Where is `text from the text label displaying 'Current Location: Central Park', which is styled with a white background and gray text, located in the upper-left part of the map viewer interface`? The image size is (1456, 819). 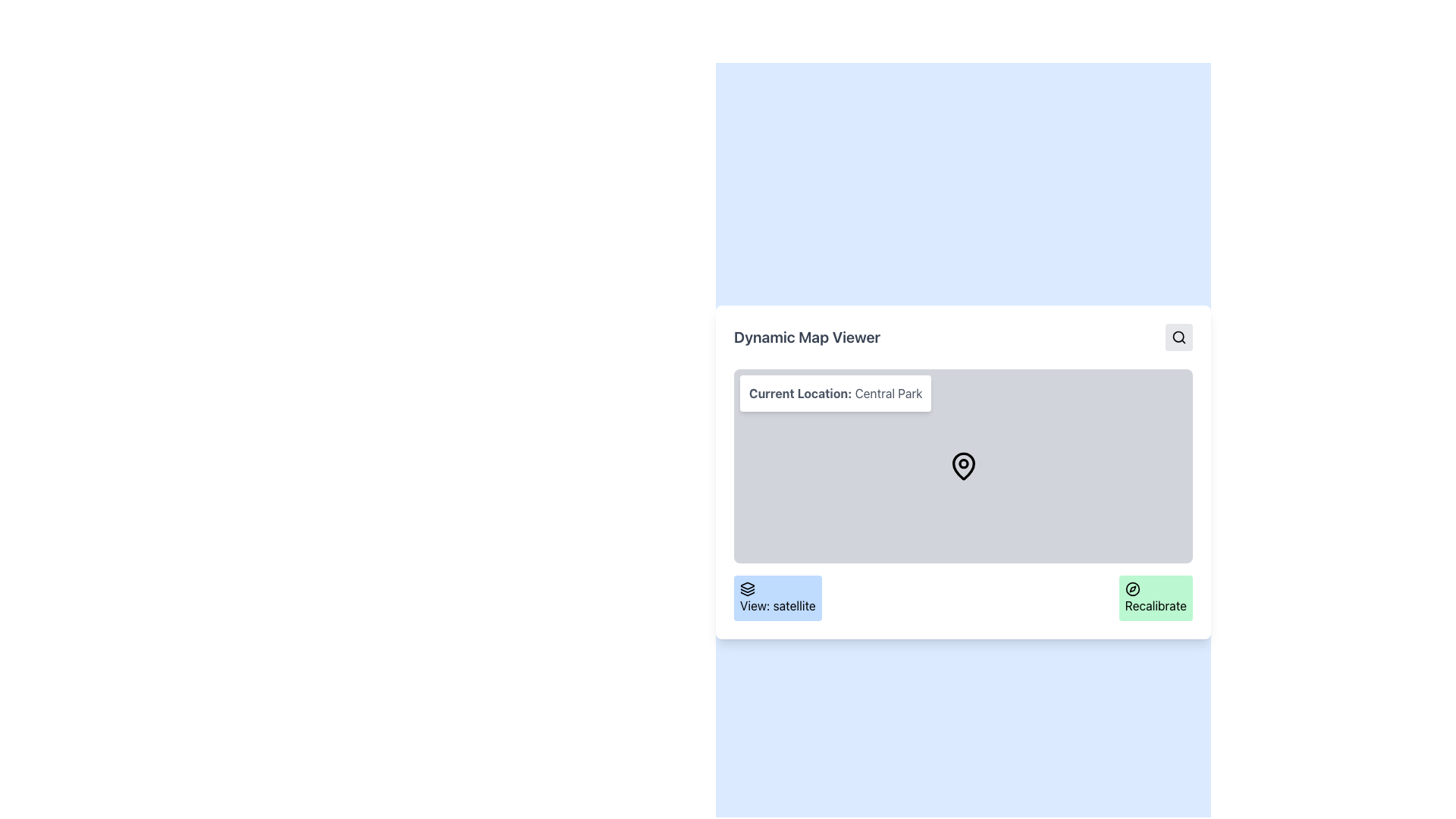 text from the text label displaying 'Current Location: Central Park', which is styled with a white background and gray text, located in the upper-left part of the map viewer interface is located at coordinates (835, 393).